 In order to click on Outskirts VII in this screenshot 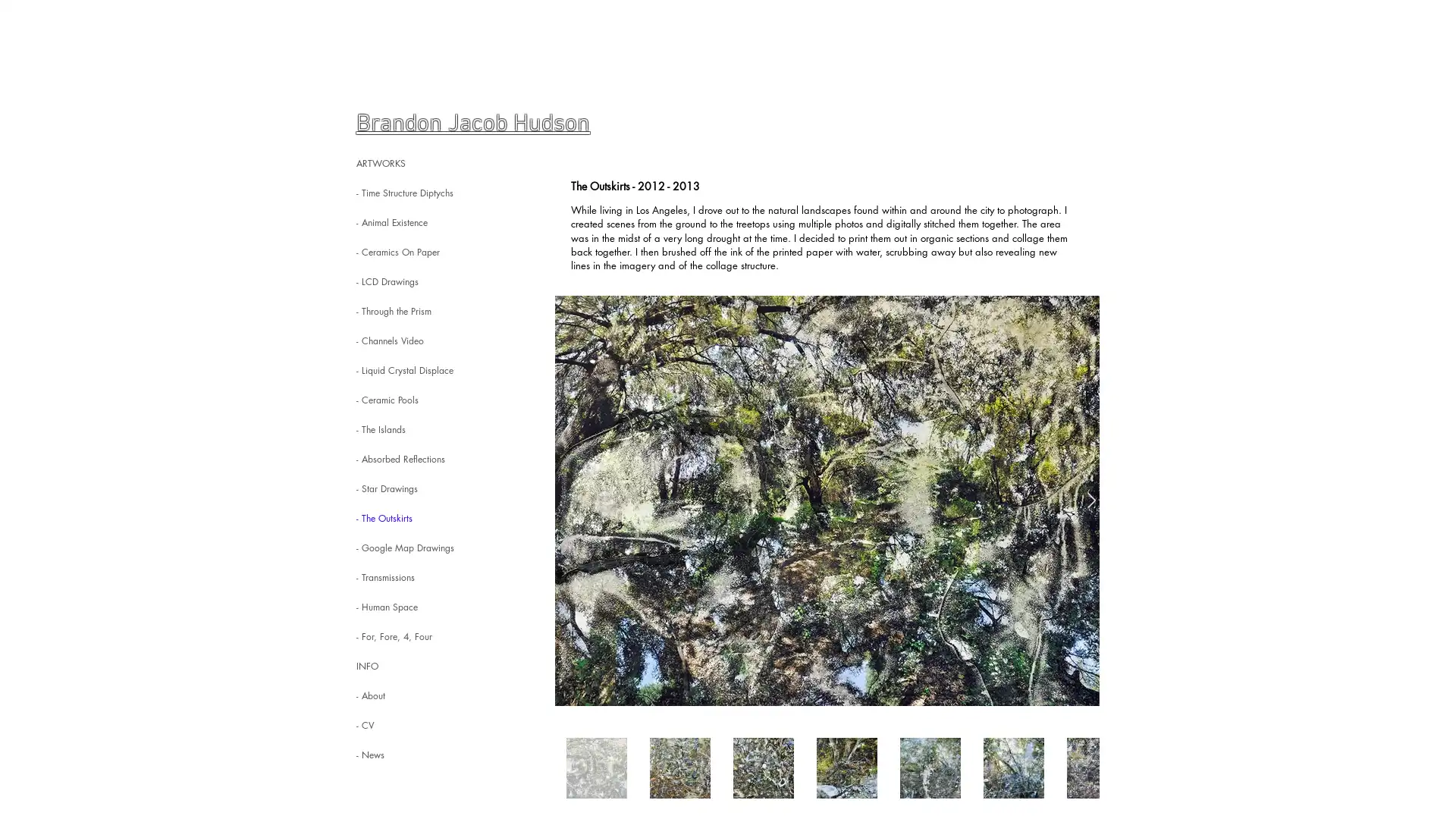, I will do `click(826, 500)`.